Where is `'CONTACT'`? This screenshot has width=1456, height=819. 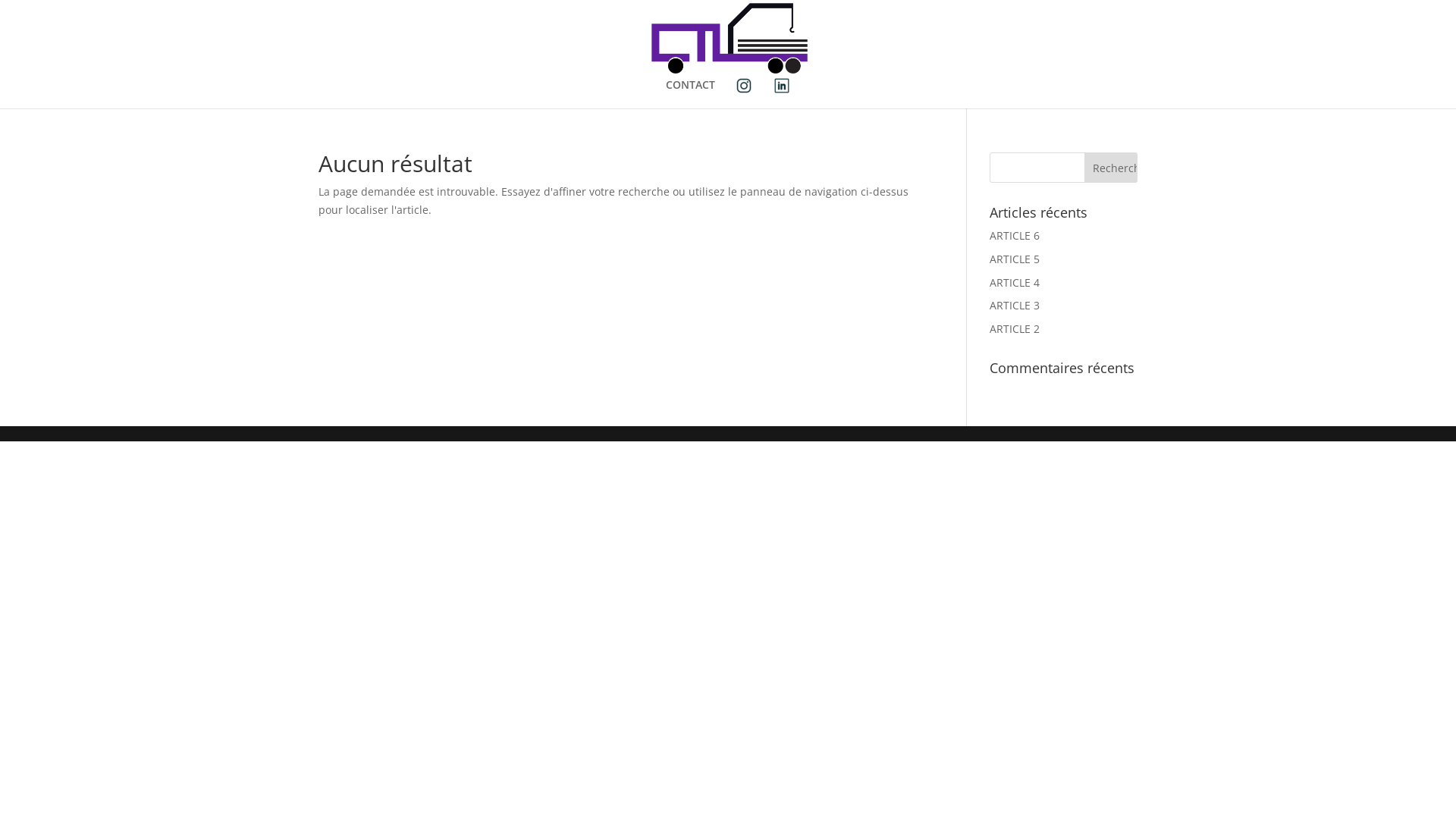 'CONTACT' is located at coordinates (689, 91).